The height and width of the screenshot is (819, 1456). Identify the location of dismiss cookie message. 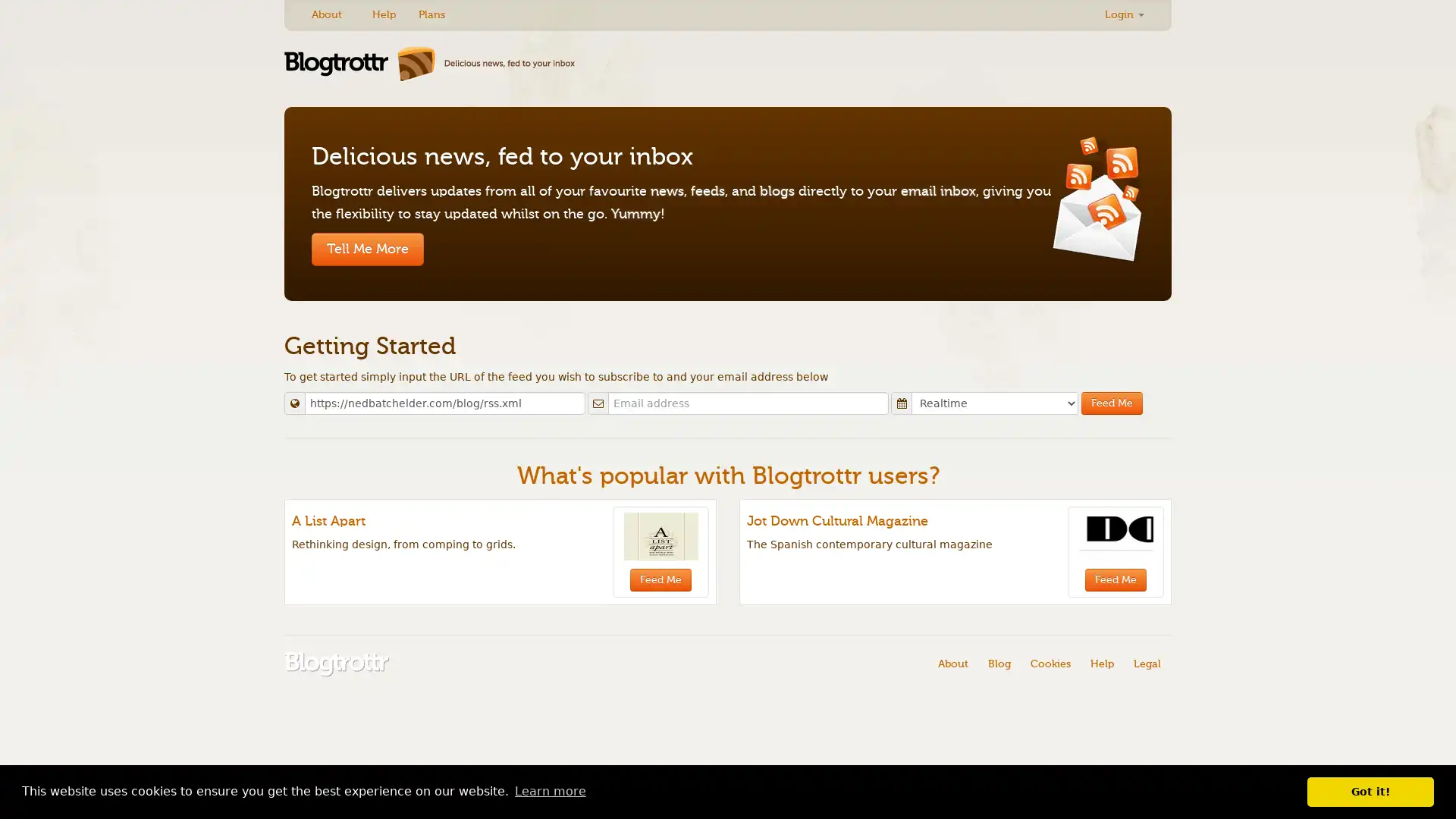
(1370, 791).